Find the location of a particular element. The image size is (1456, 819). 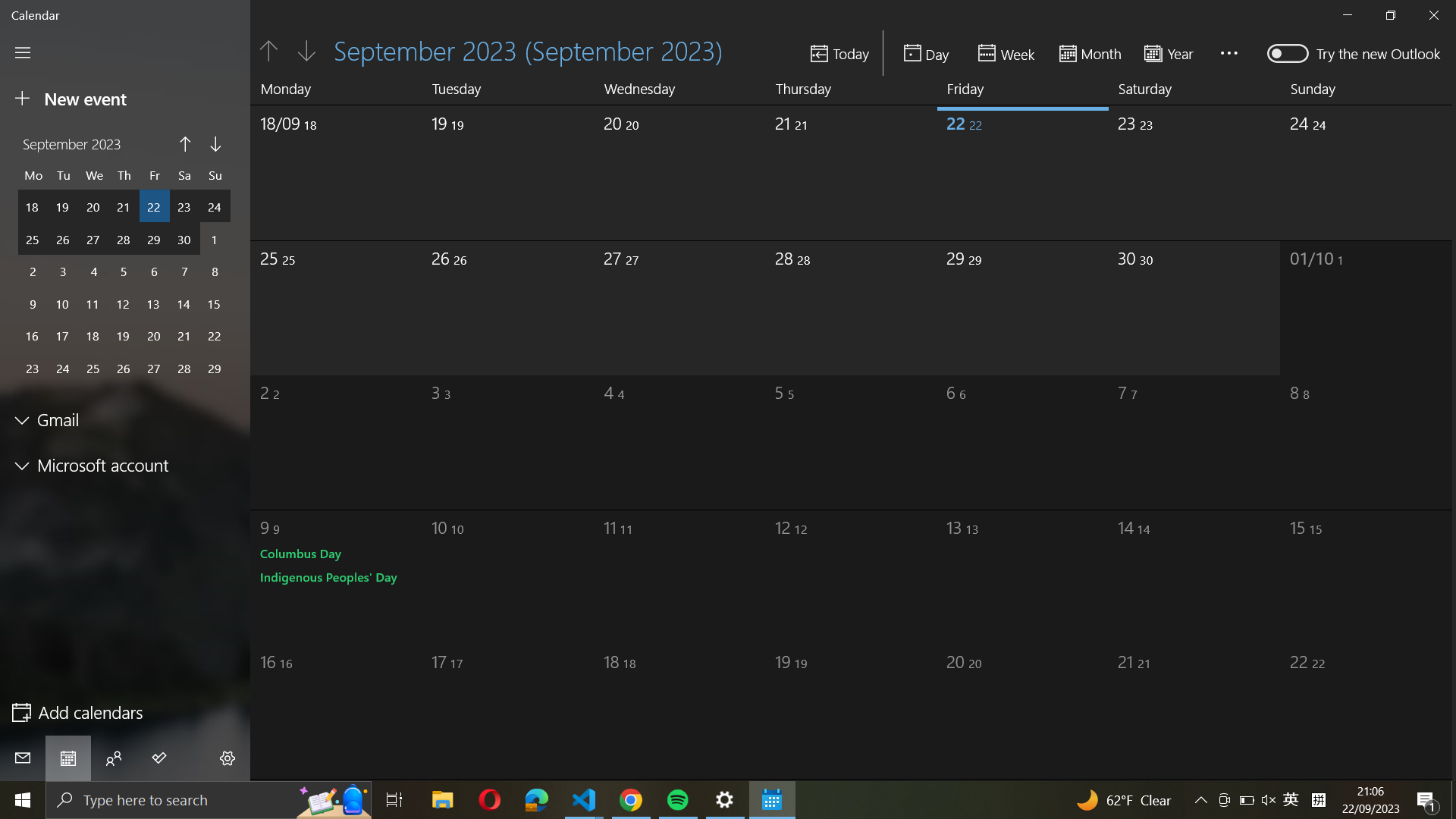

October 13th is located at coordinates (1001, 571).